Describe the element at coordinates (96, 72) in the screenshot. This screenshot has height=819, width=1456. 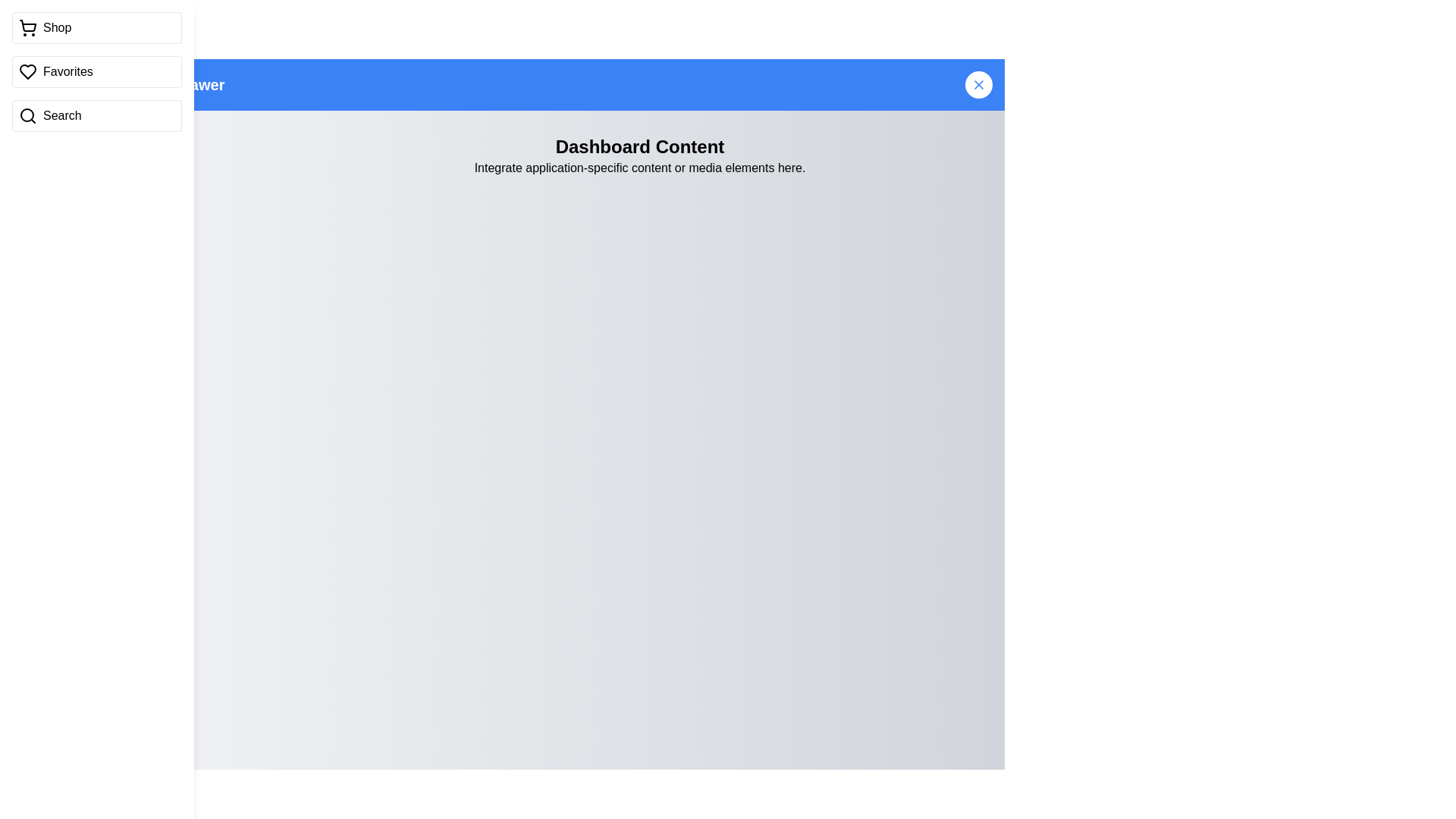
I see `the 'Shop' item in the vertical sidebar menu` at that location.